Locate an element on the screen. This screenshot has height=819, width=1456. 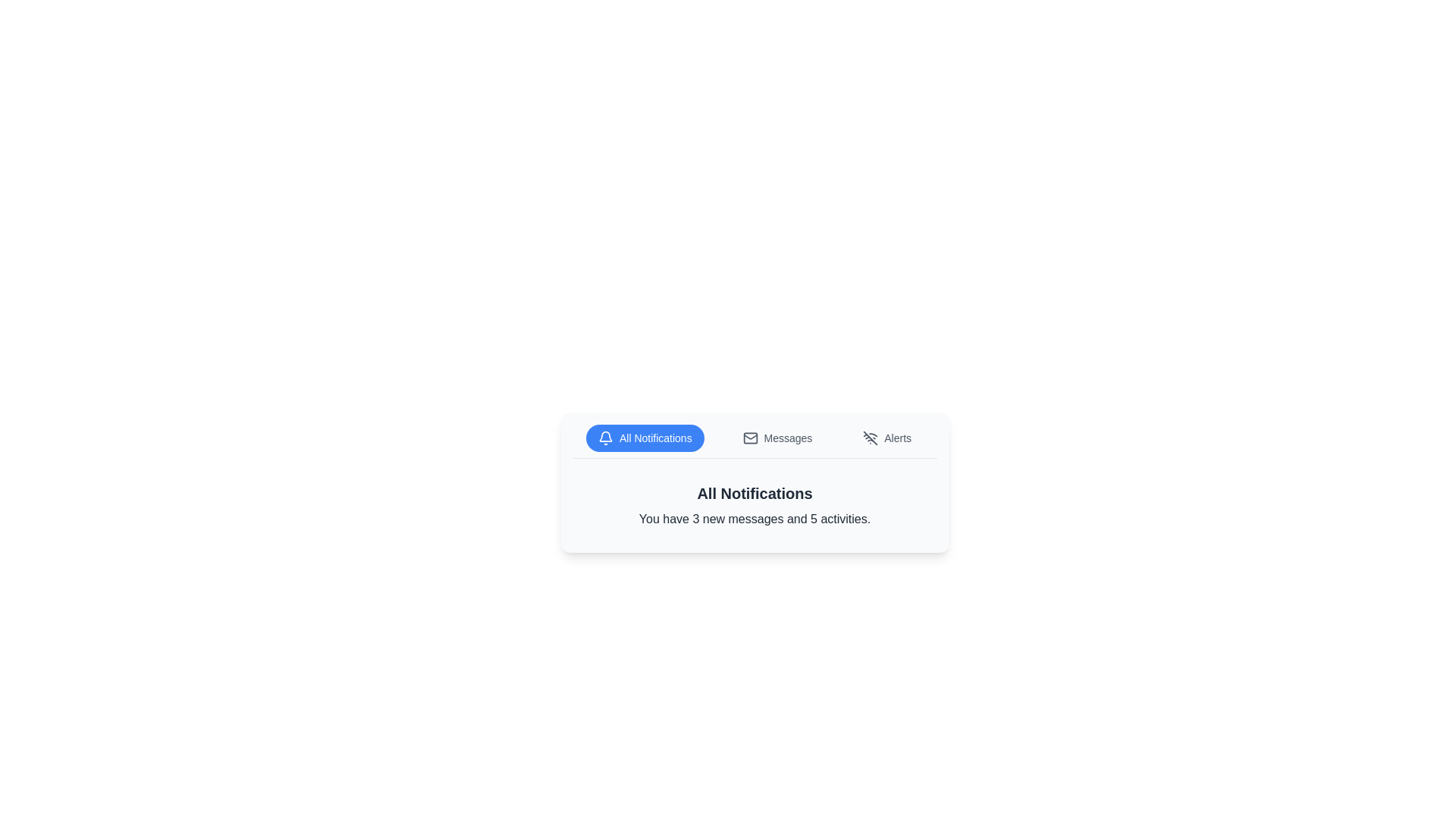
the textual notification panel titled 'All Notifications' that contains the message 'You have 3 new messages and 5 activities.' is located at coordinates (755, 506).